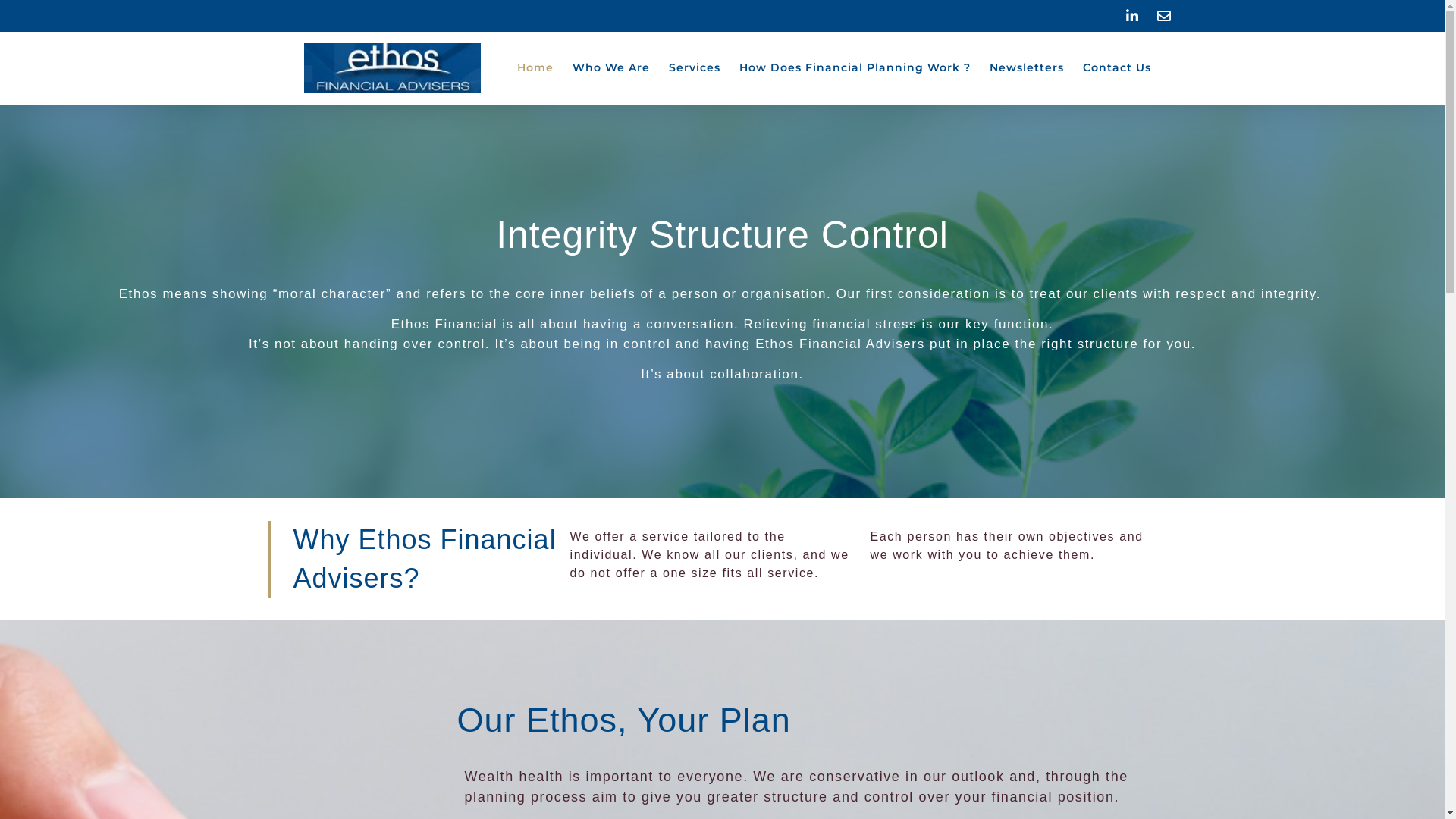  What do you see at coordinates (610, 67) in the screenshot?
I see `'Who We Are'` at bounding box center [610, 67].